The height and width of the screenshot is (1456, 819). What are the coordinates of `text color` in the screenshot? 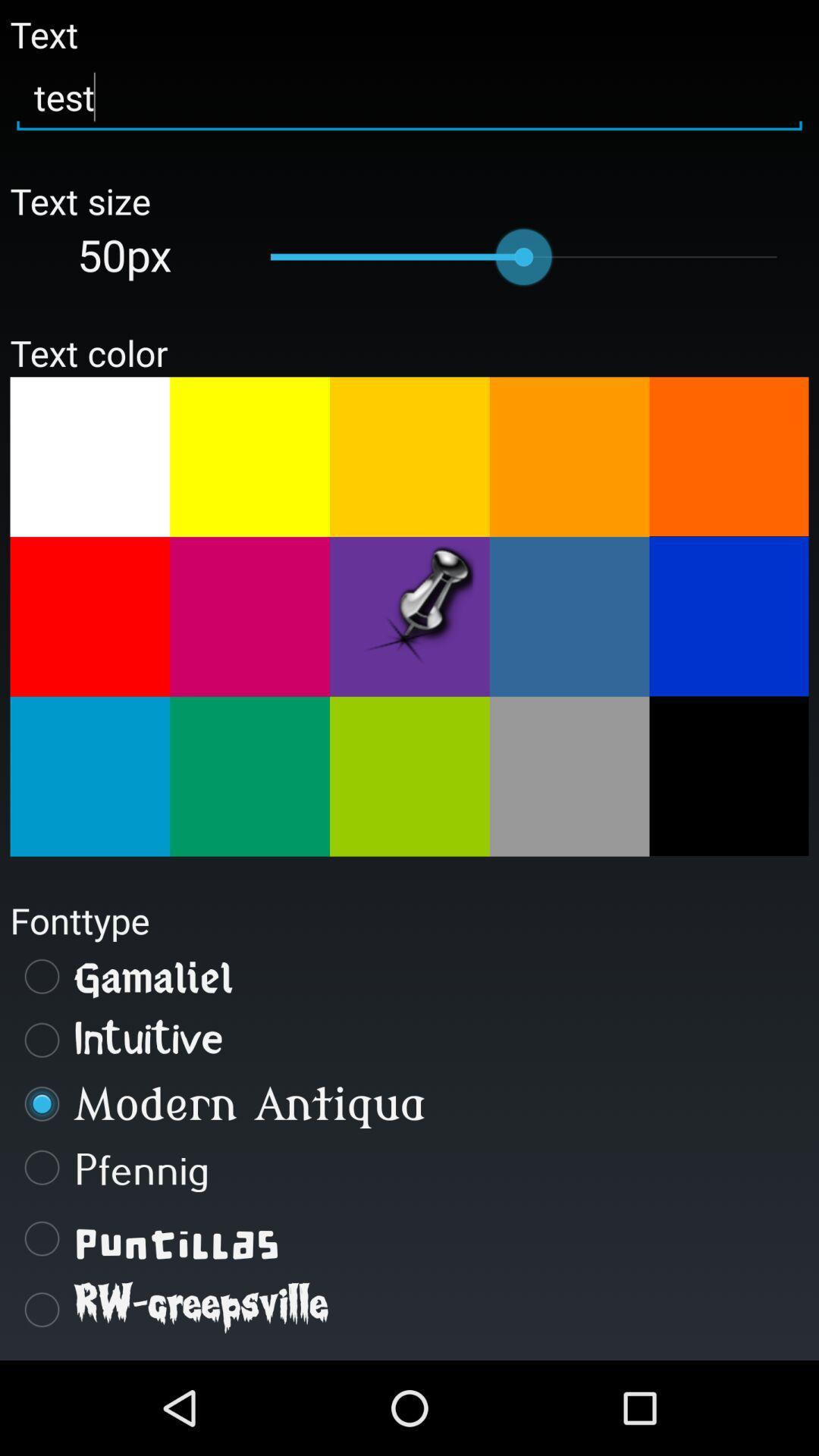 It's located at (728, 616).